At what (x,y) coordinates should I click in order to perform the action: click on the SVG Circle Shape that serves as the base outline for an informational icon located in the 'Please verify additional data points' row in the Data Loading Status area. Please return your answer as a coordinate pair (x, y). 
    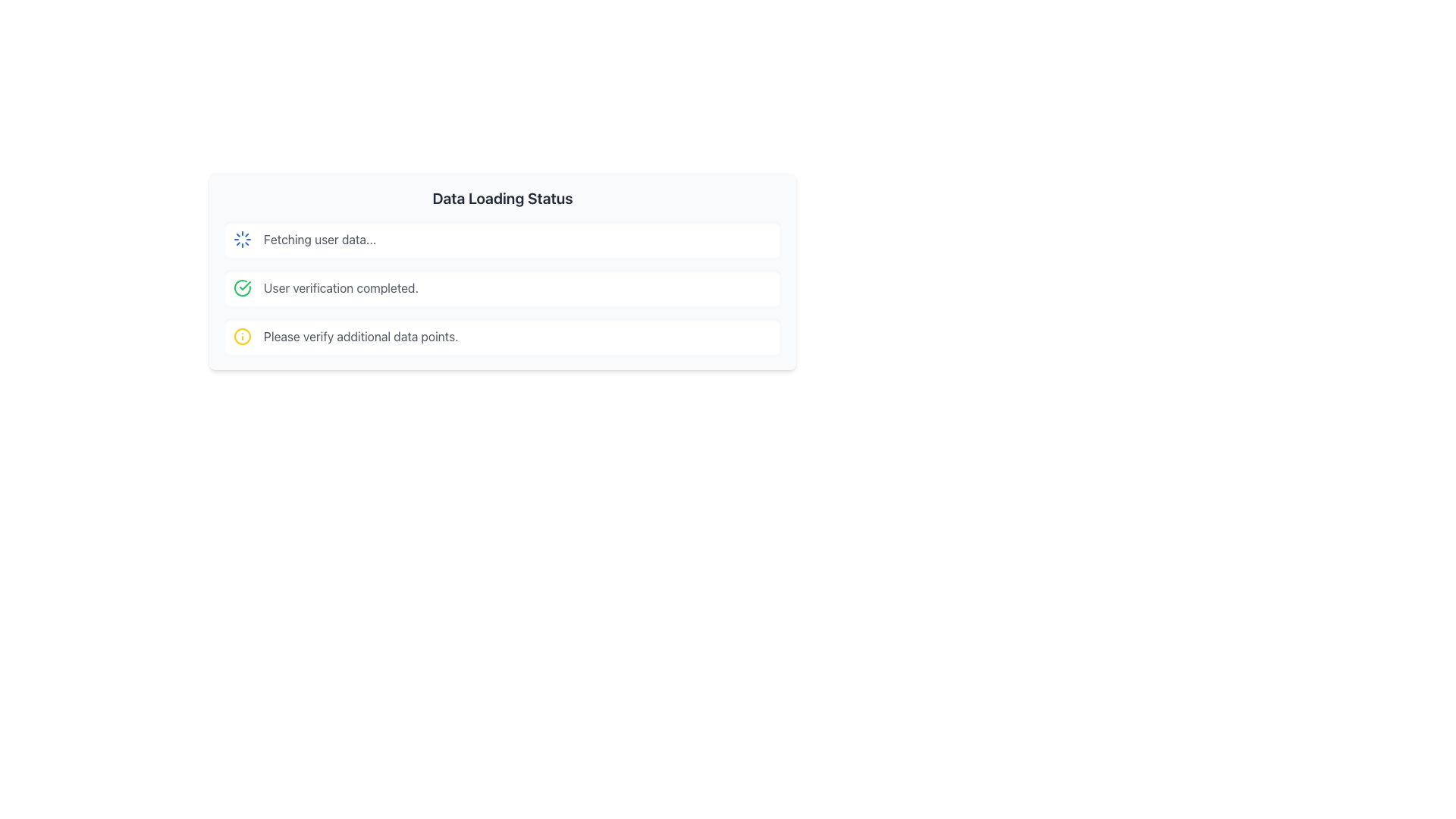
    Looking at the image, I should click on (243, 335).